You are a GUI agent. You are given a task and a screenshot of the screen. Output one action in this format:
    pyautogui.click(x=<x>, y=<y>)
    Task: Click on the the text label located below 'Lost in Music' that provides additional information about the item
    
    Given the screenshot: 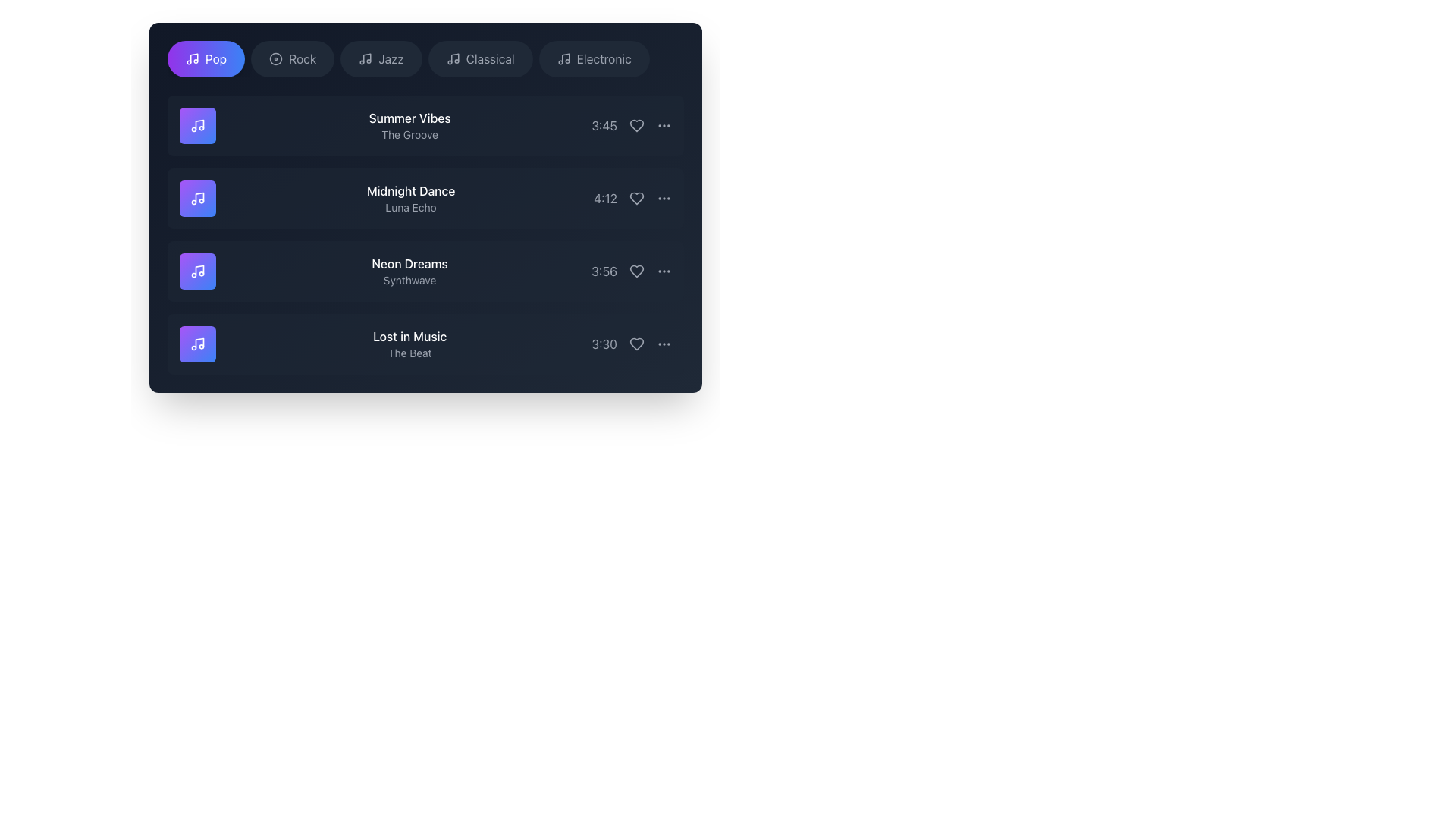 What is the action you would take?
    pyautogui.click(x=409, y=353)
    